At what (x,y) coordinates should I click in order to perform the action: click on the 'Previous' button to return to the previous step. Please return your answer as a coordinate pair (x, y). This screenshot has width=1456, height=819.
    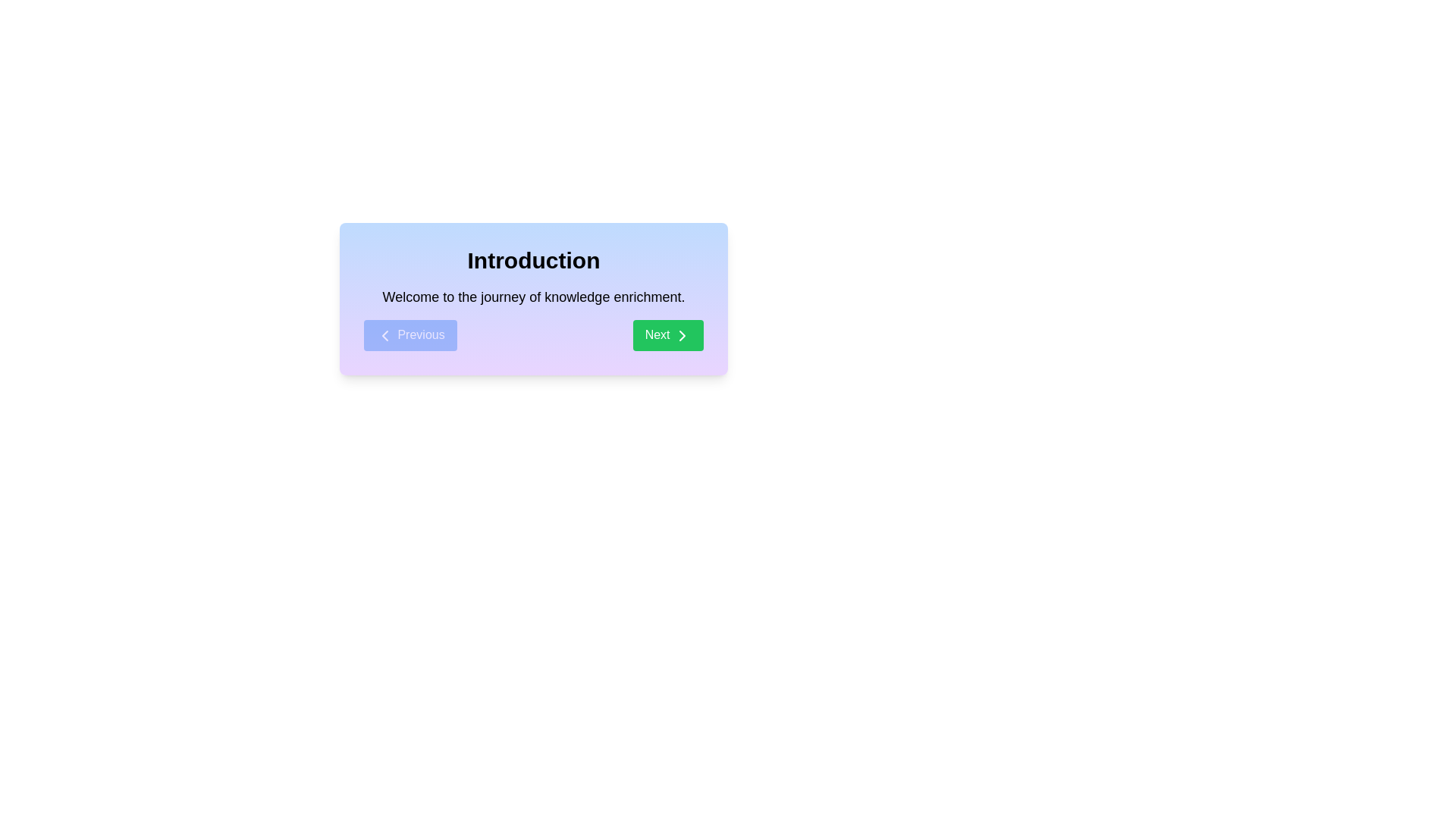
    Looking at the image, I should click on (410, 334).